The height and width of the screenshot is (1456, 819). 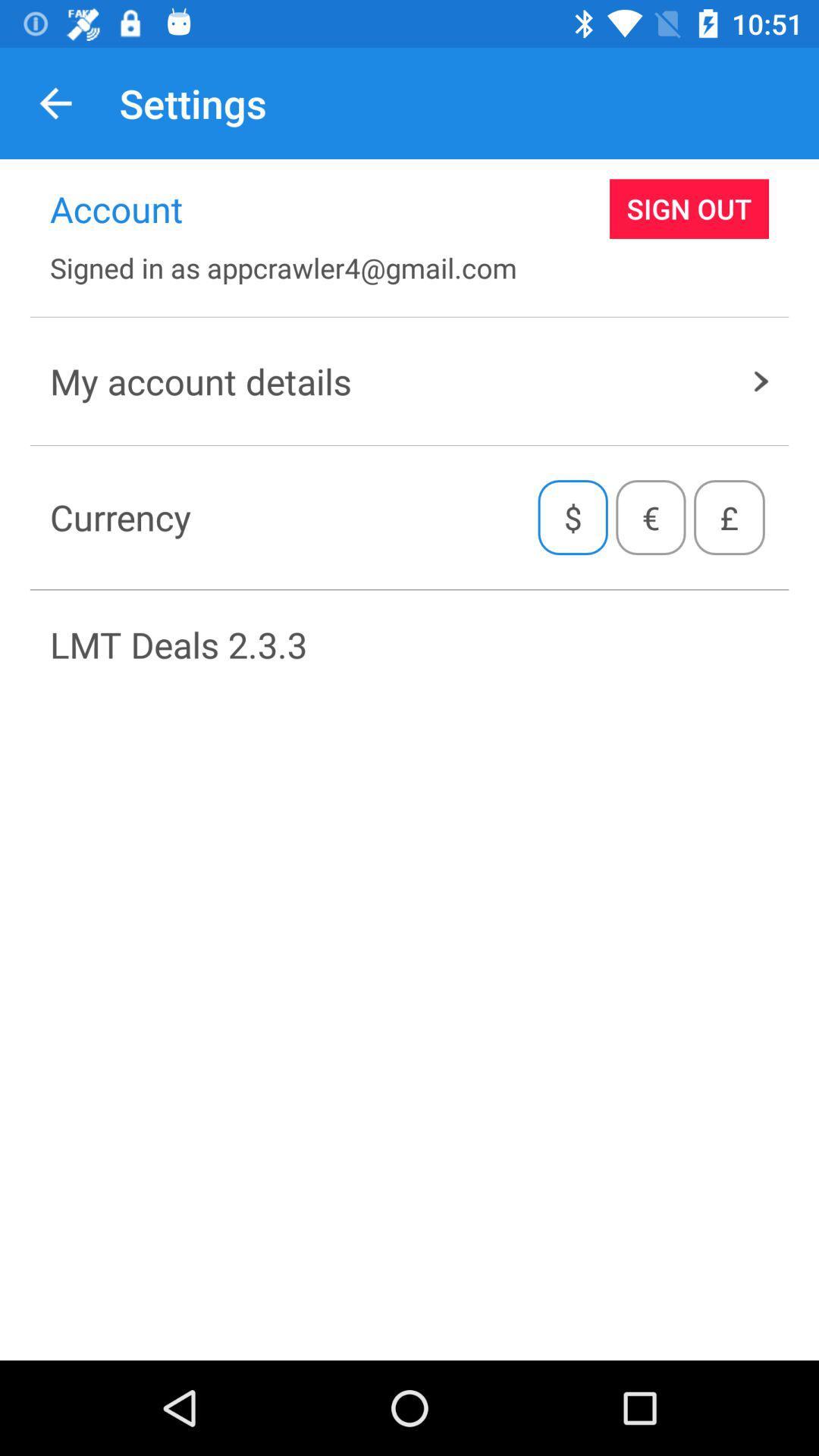 I want to click on the sign out icon, so click(x=689, y=208).